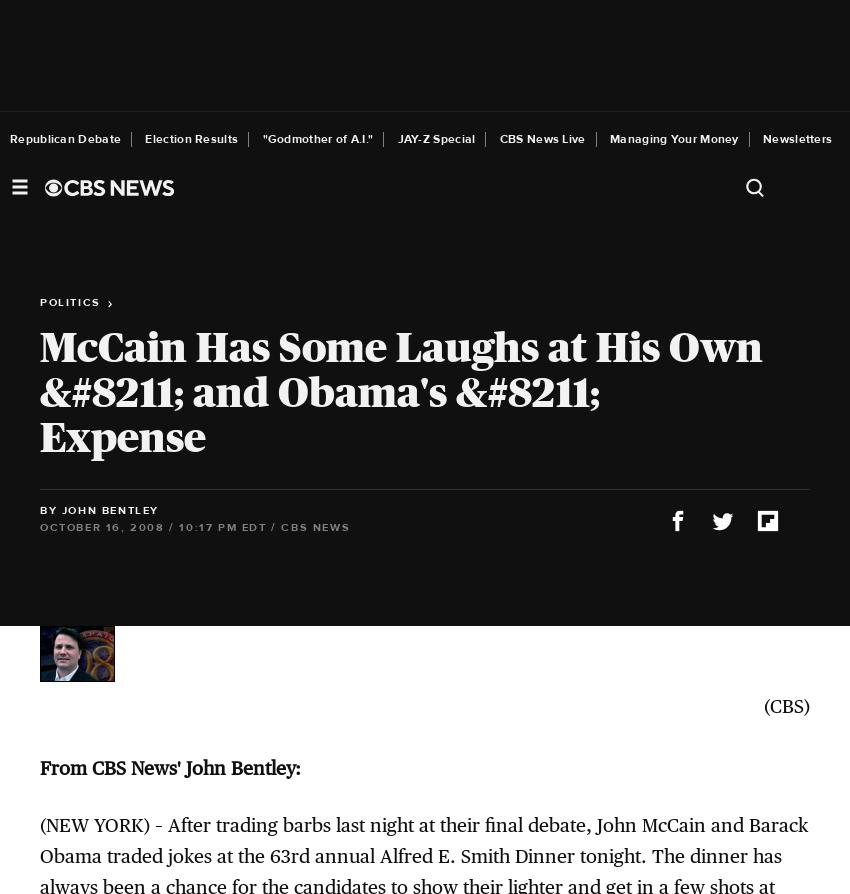  Describe the element at coordinates (401, 391) in the screenshot. I see `'McCain Has Some Laughs at His Own &#8211; and Obama's &#8211; Expense'` at that location.